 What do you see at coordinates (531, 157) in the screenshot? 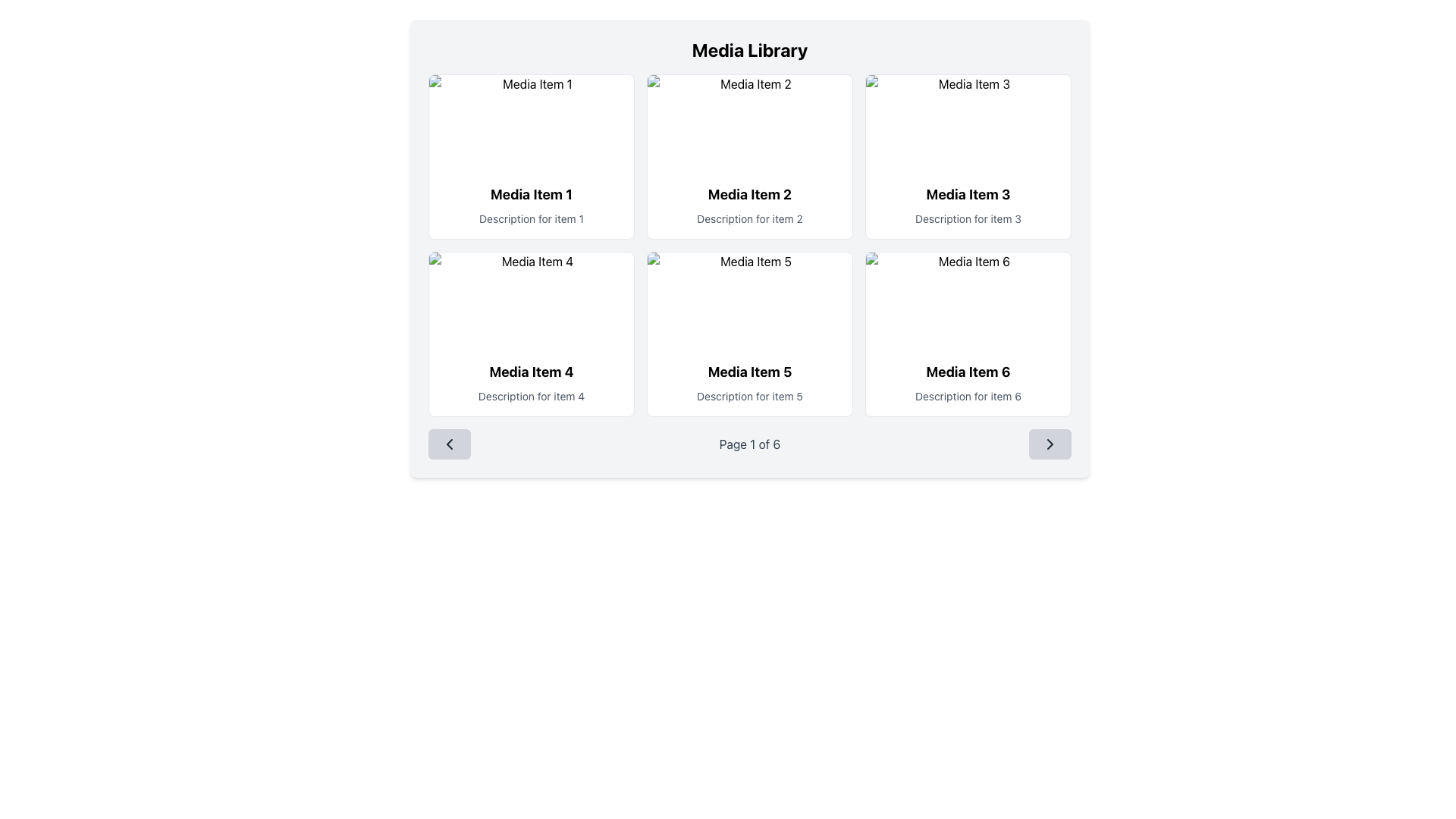
I see `the media item card located at the top-left corner of the grid` at bounding box center [531, 157].